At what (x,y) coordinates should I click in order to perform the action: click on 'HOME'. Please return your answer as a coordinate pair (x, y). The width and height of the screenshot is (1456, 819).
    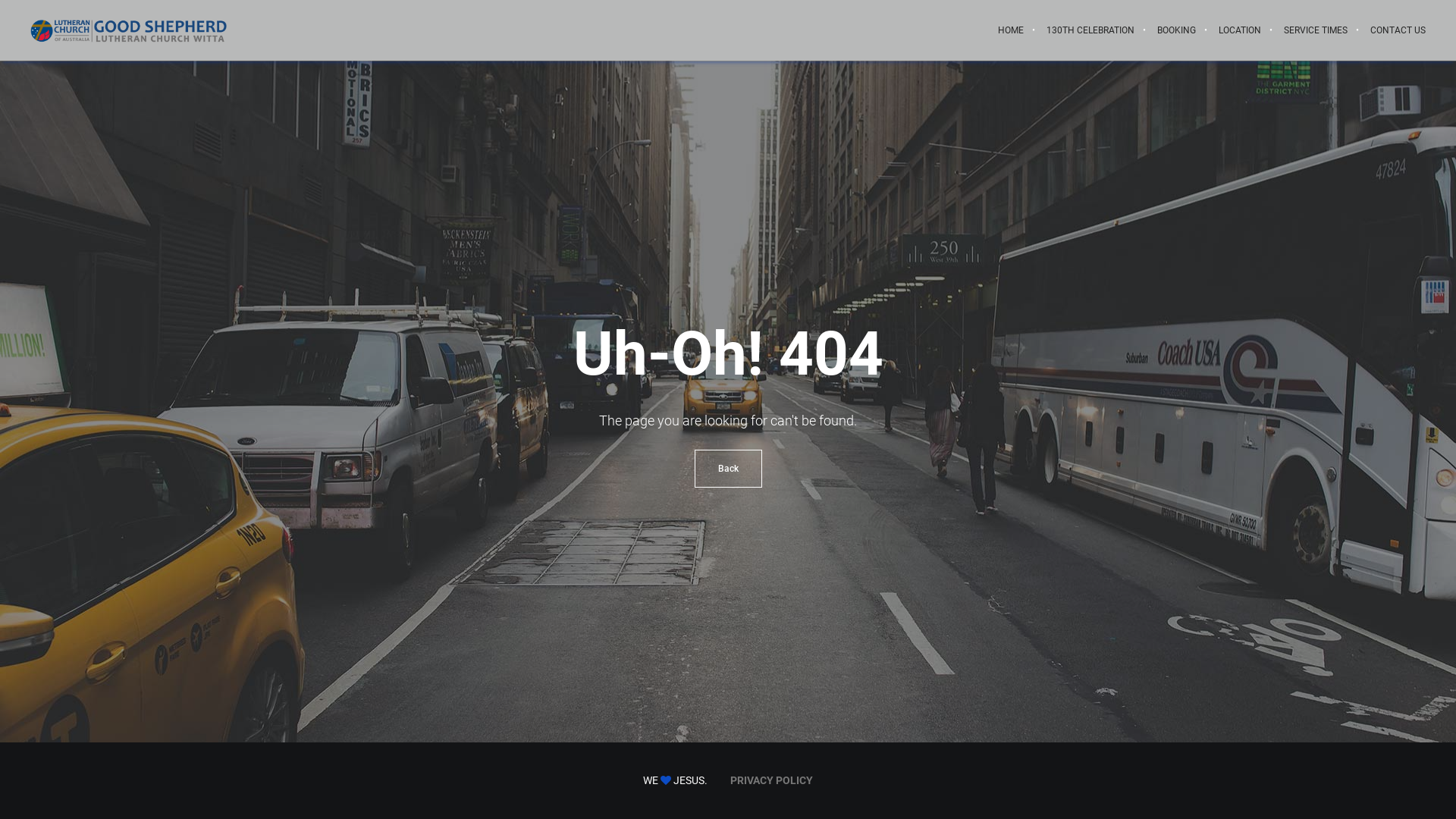
    Looking at the image, I should click on (1011, 30).